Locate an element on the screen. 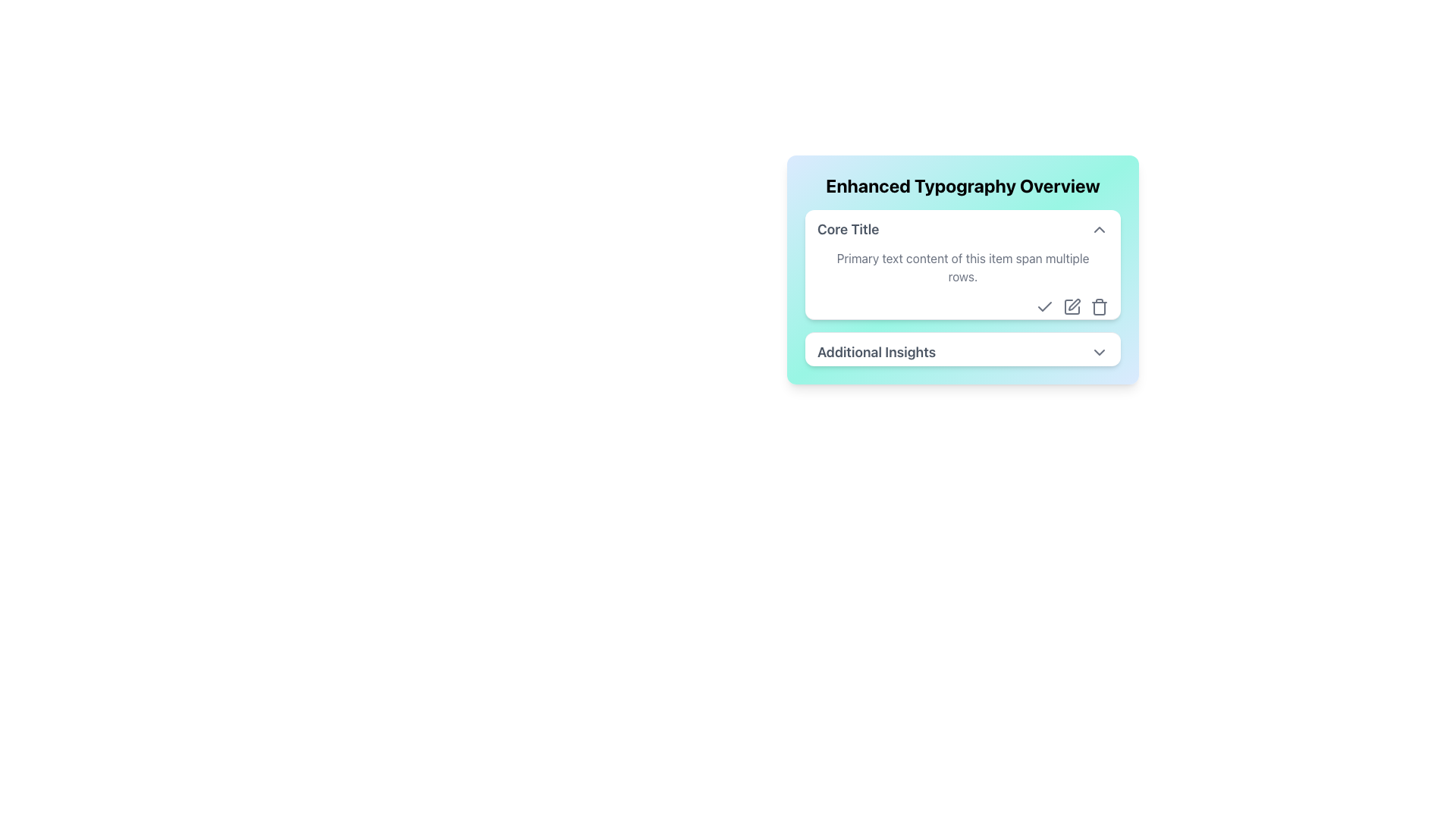  the static text label that reads 'Additional Insights', styled as bold and dark gray, located just below the white content box on a light gradient teal background is located at coordinates (877, 353).